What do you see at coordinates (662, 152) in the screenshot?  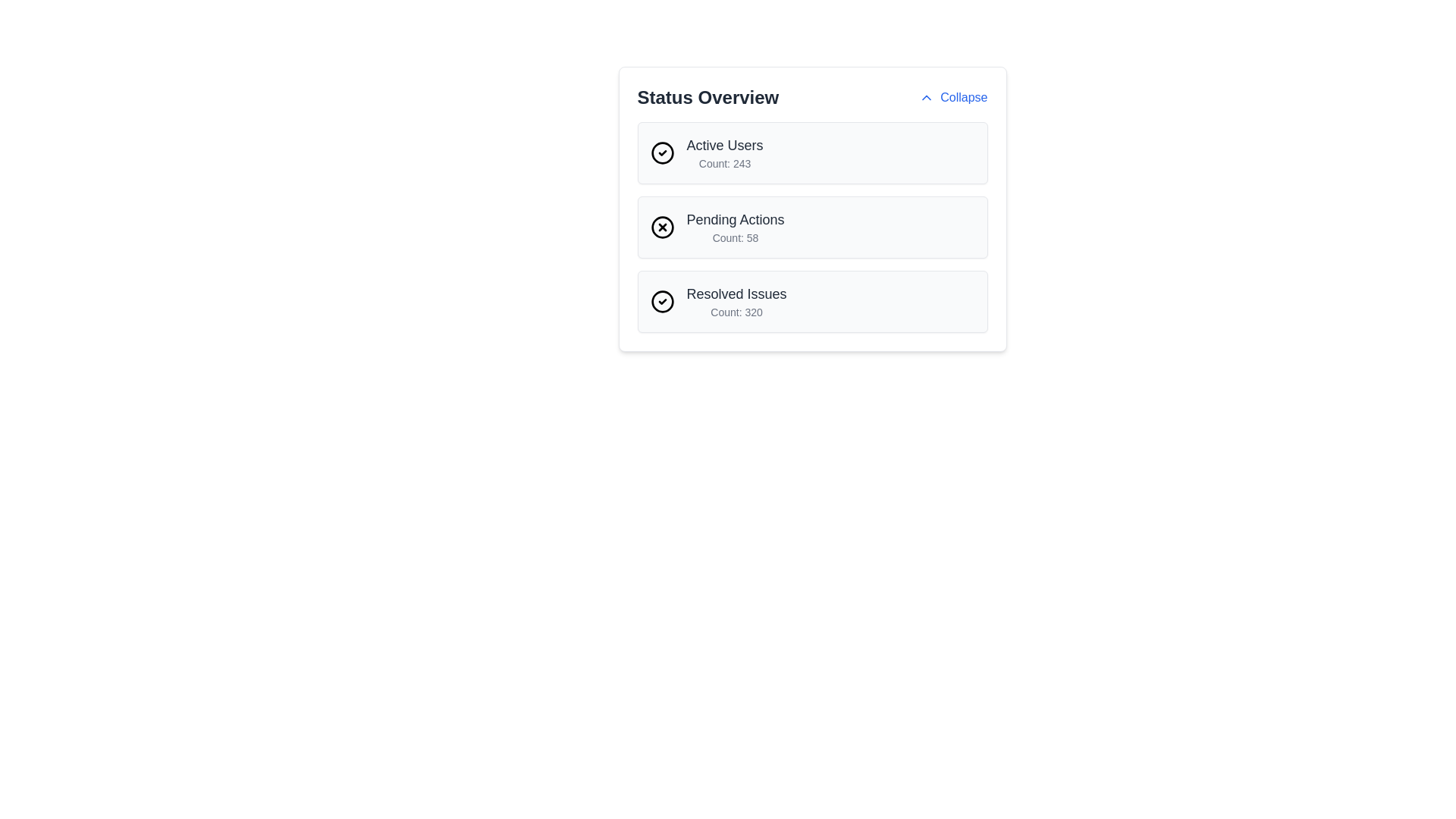 I see `the circular icon with a green checkmark located in the top-left corner of the 'Active Users' area` at bounding box center [662, 152].